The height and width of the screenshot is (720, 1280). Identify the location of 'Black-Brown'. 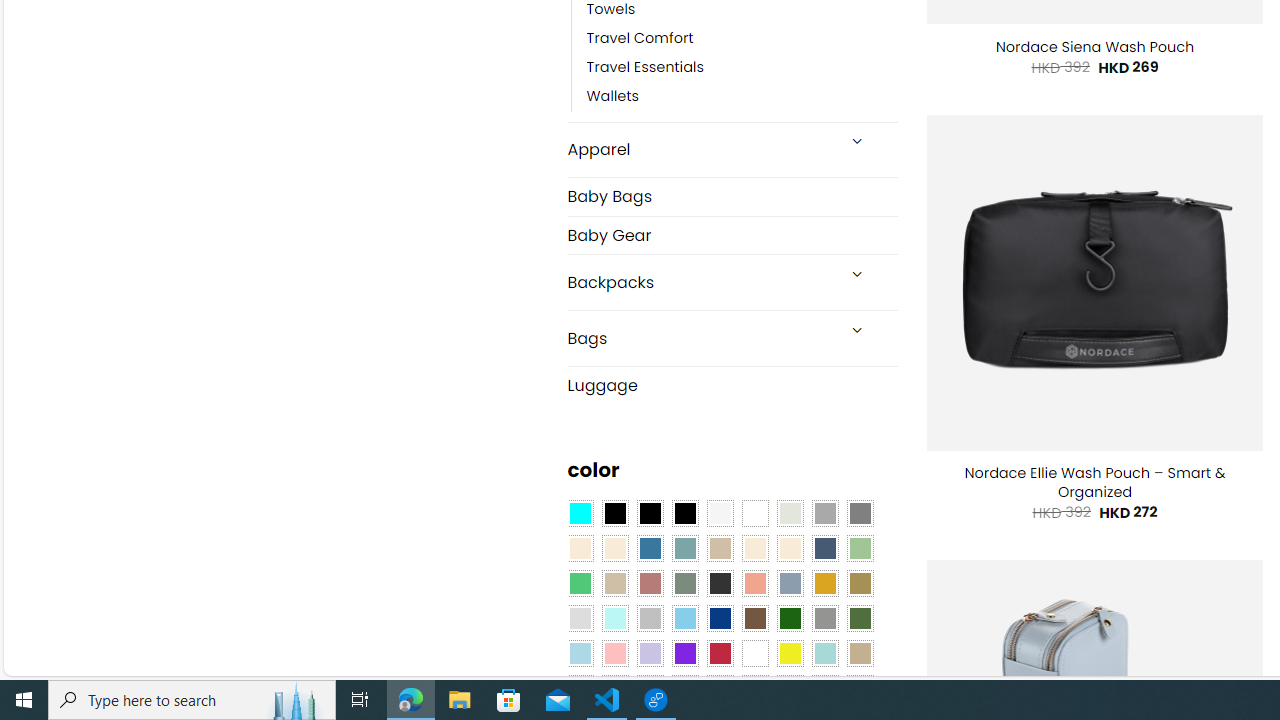
(684, 513).